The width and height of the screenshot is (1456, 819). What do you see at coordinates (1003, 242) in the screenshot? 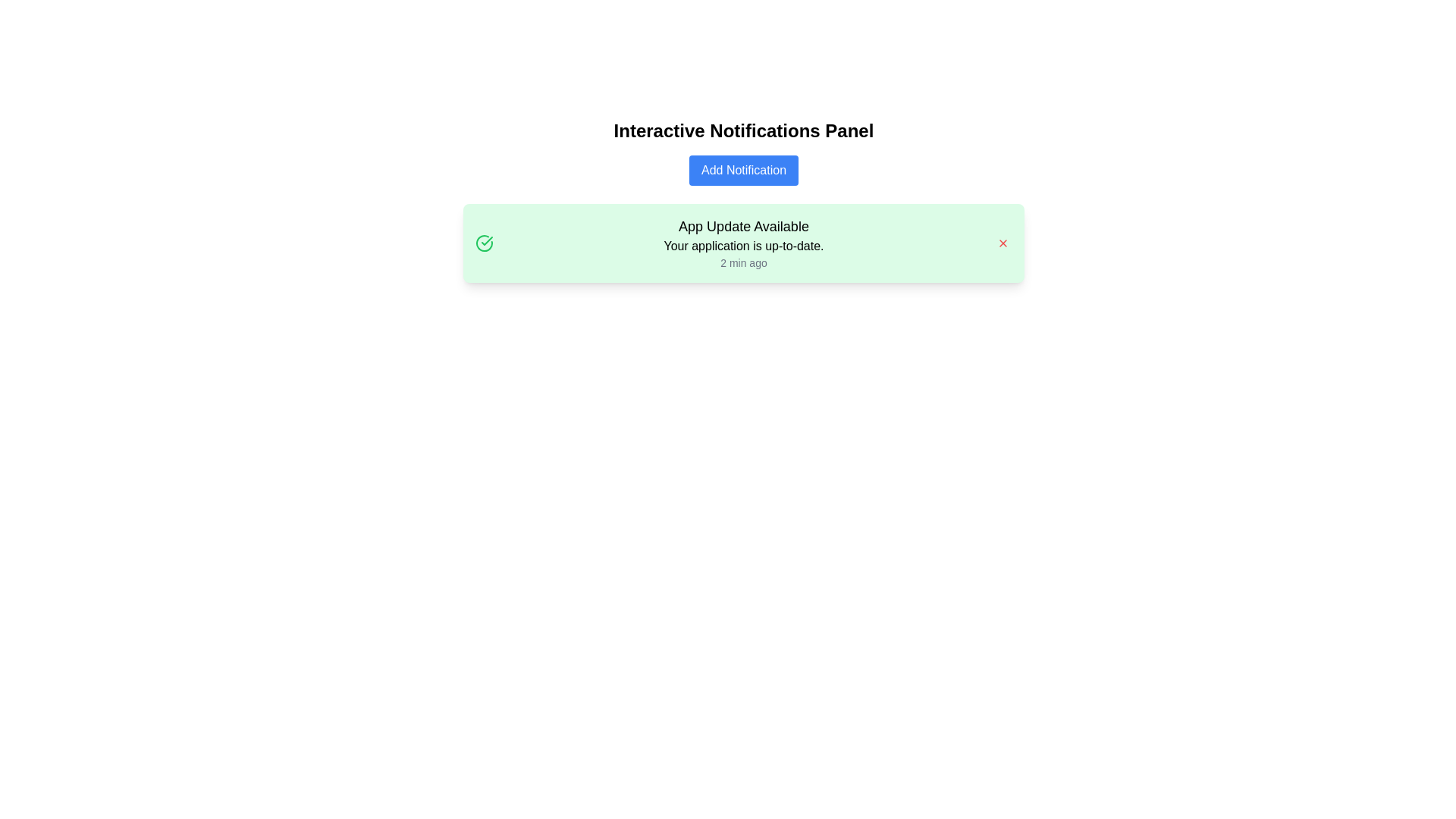
I see `the rounded button with a red 'X' icon` at bounding box center [1003, 242].